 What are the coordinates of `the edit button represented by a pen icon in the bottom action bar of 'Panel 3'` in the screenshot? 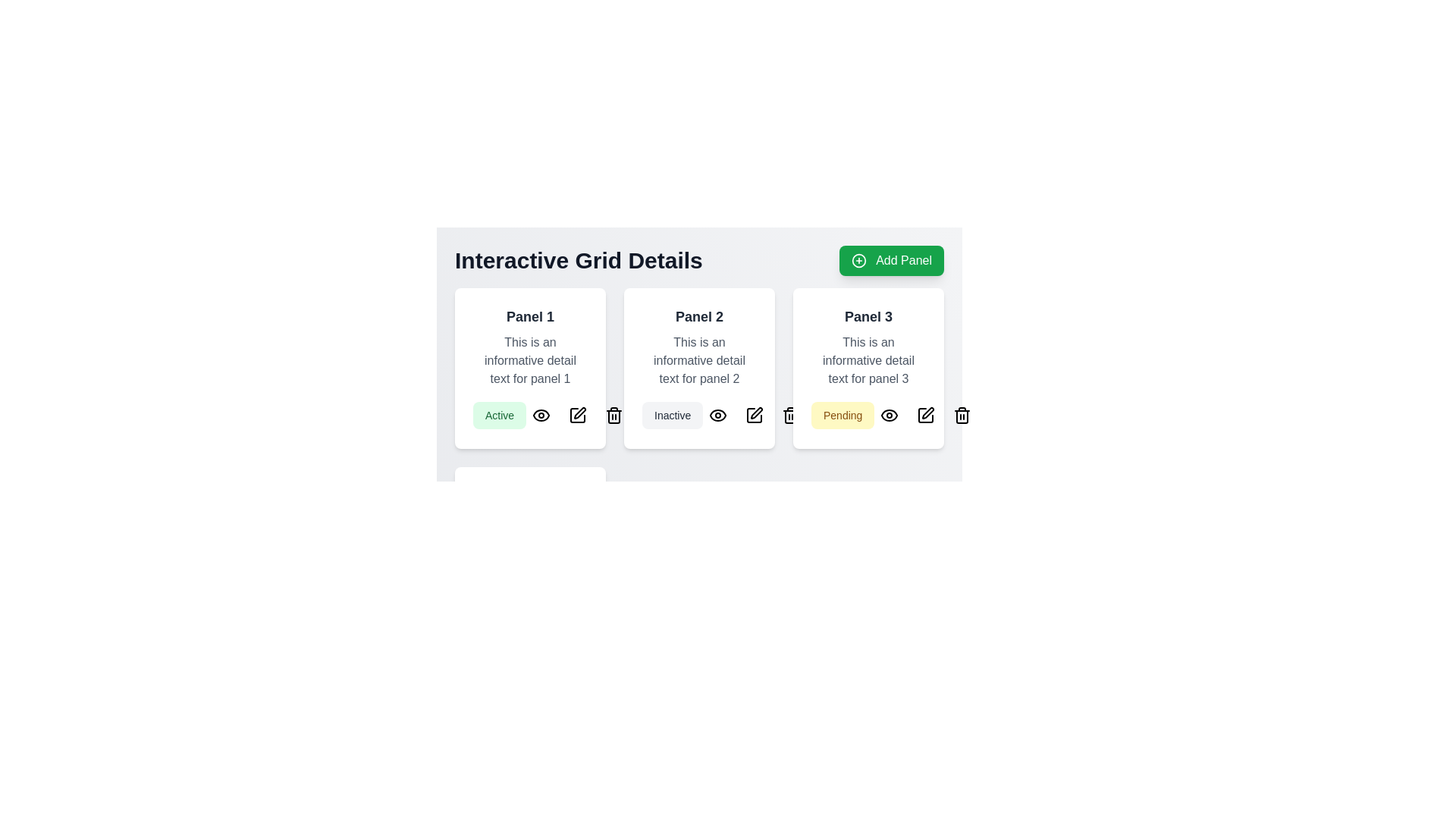 It's located at (925, 415).